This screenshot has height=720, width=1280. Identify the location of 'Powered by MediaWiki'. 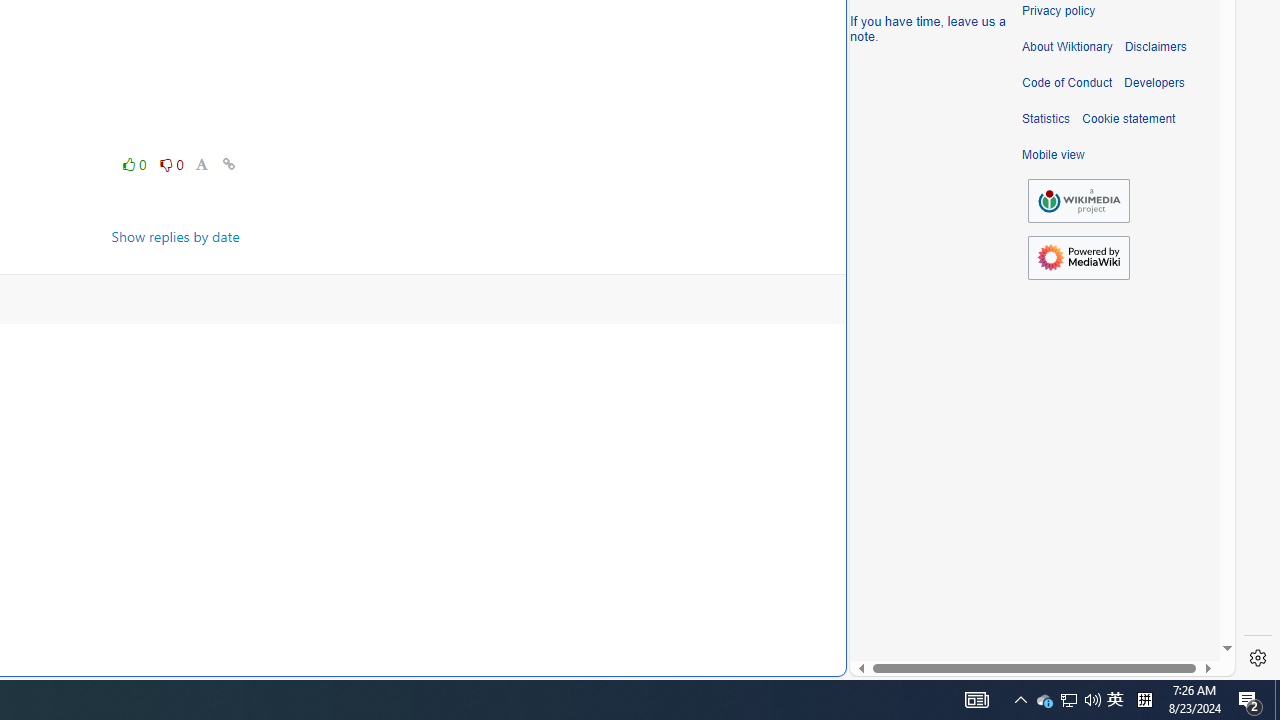
(1078, 256).